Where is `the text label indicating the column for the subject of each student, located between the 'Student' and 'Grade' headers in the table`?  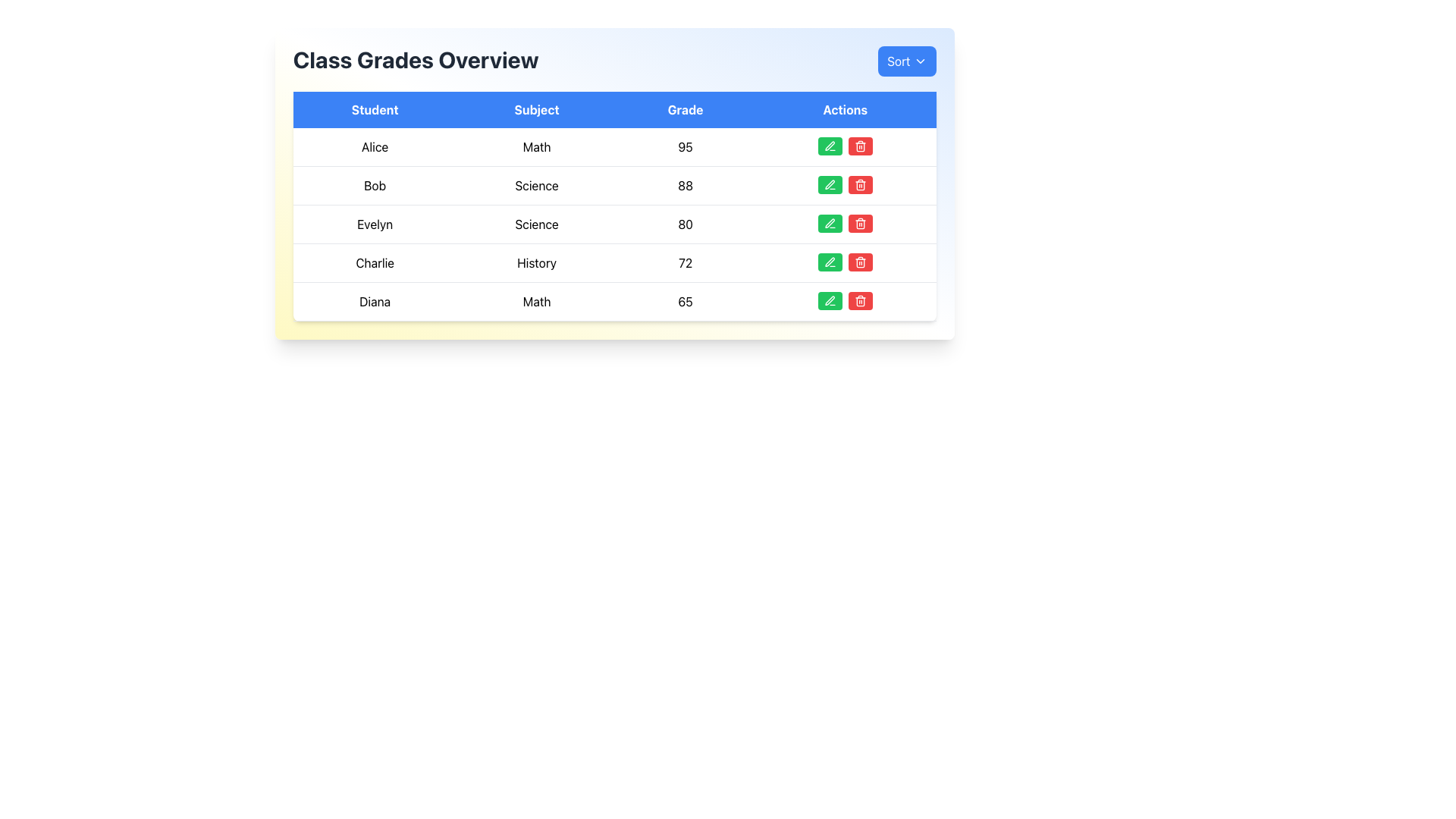 the text label indicating the column for the subject of each student, located between the 'Student' and 'Grade' headers in the table is located at coordinates (537, 109).